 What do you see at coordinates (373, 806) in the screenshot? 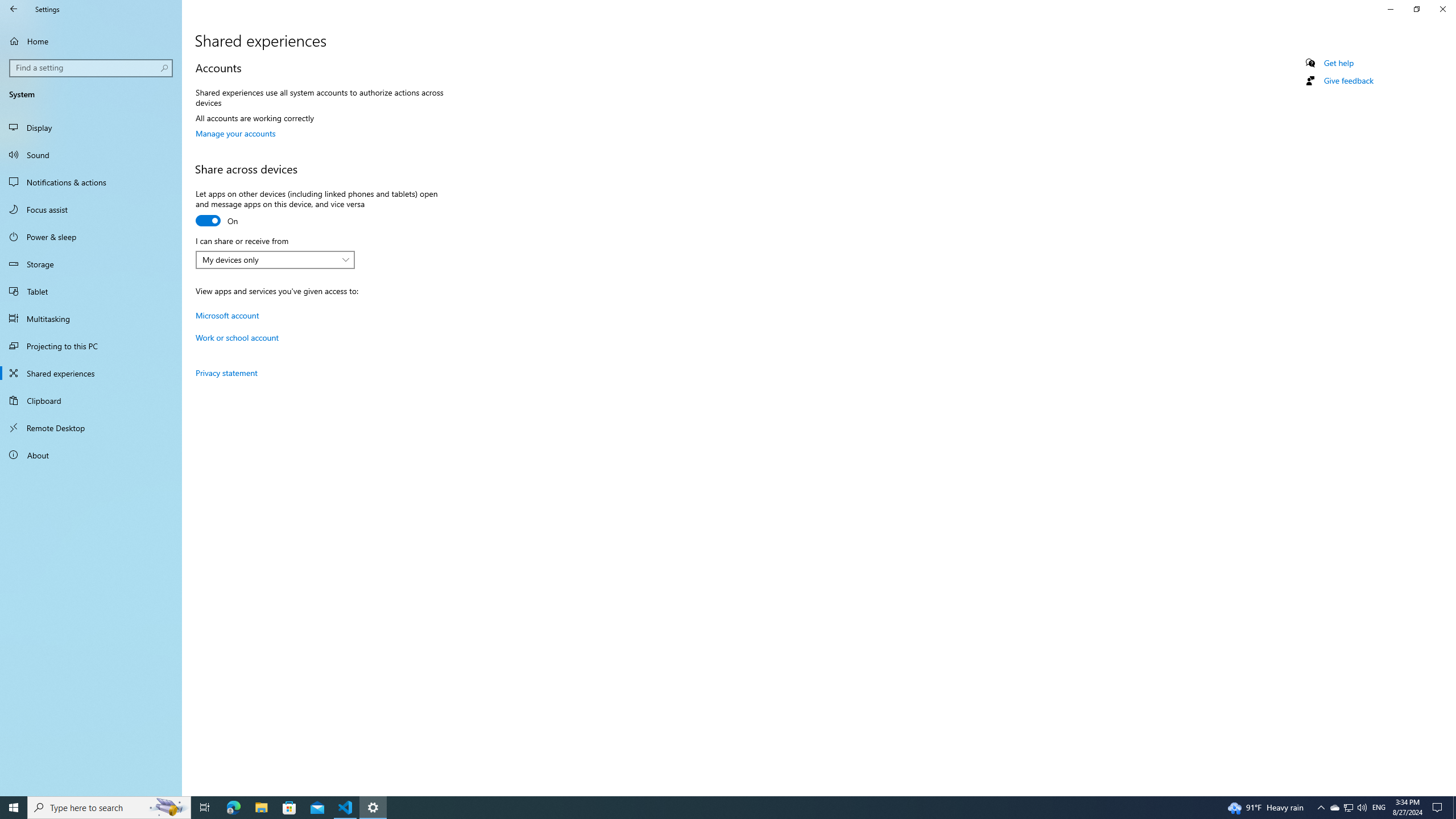
I see `'Settings - 1 running window'` at bounding box center [373, 806].